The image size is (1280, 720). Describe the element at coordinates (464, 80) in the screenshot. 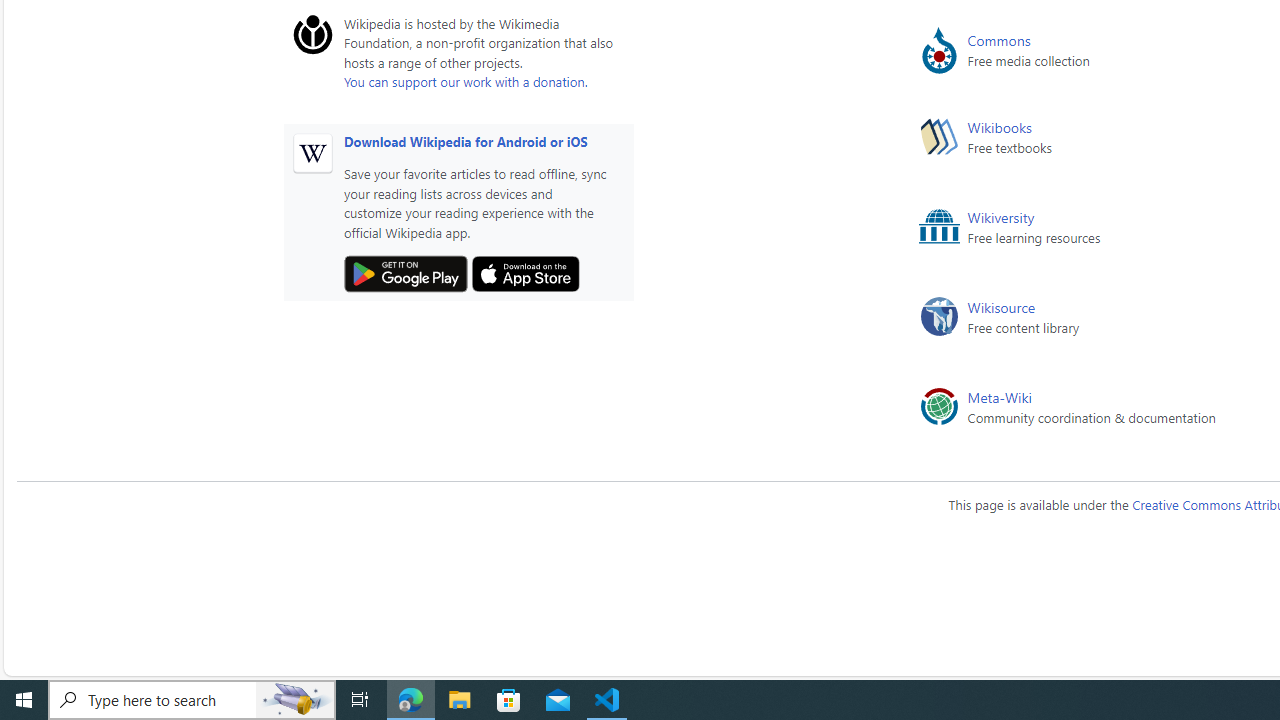

I see `'You can support our work with a donation.'` at that location.